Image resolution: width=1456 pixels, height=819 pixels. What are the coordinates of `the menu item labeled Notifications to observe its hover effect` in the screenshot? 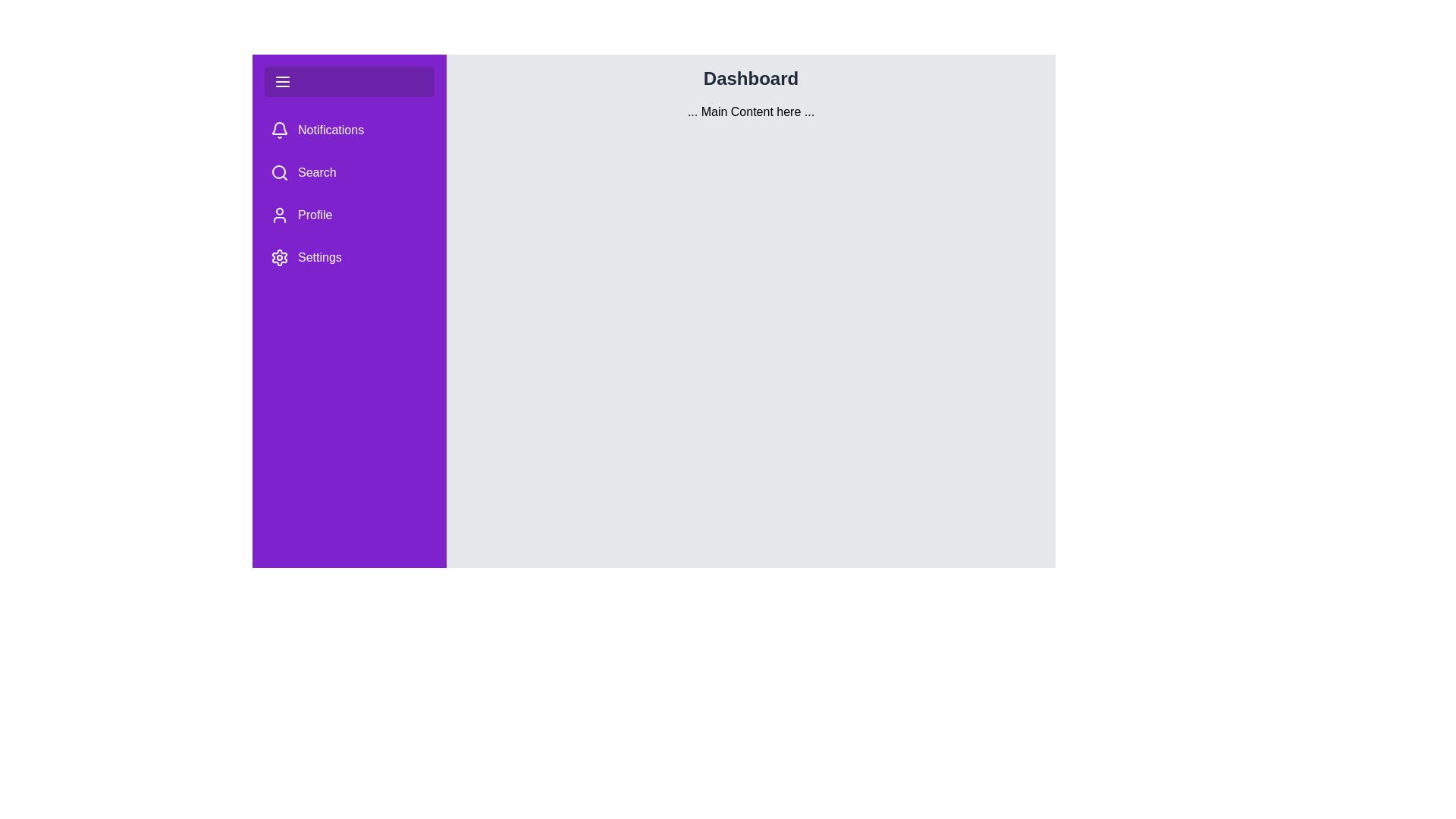 It's located at (348, 130).